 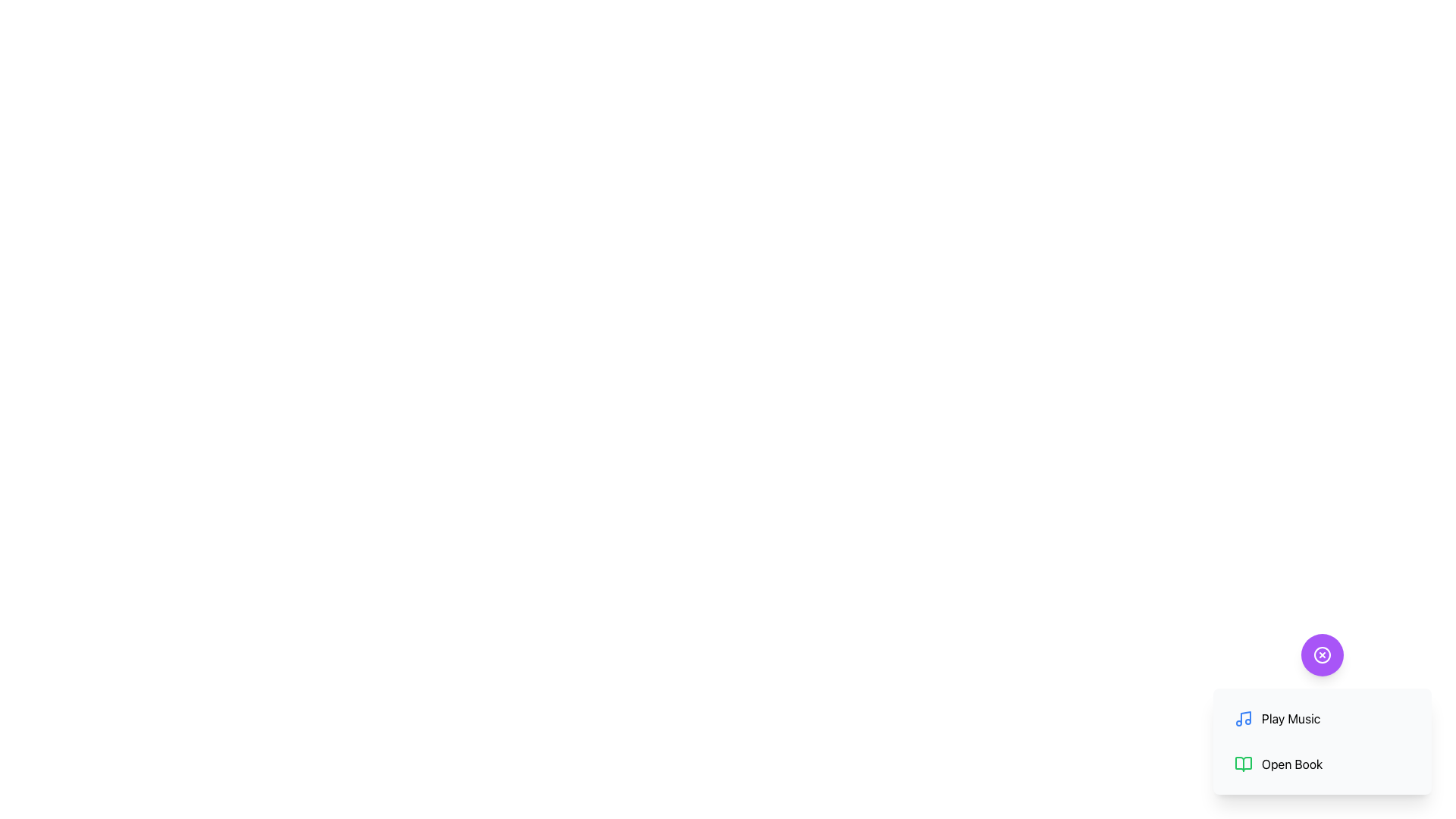 What do you see at coordinates (1321, 654) in the screenshot?
I see `the Graphical decorative circle icon located at the upper-right corner of the floating action menu` at bounding box center [1321, 654].